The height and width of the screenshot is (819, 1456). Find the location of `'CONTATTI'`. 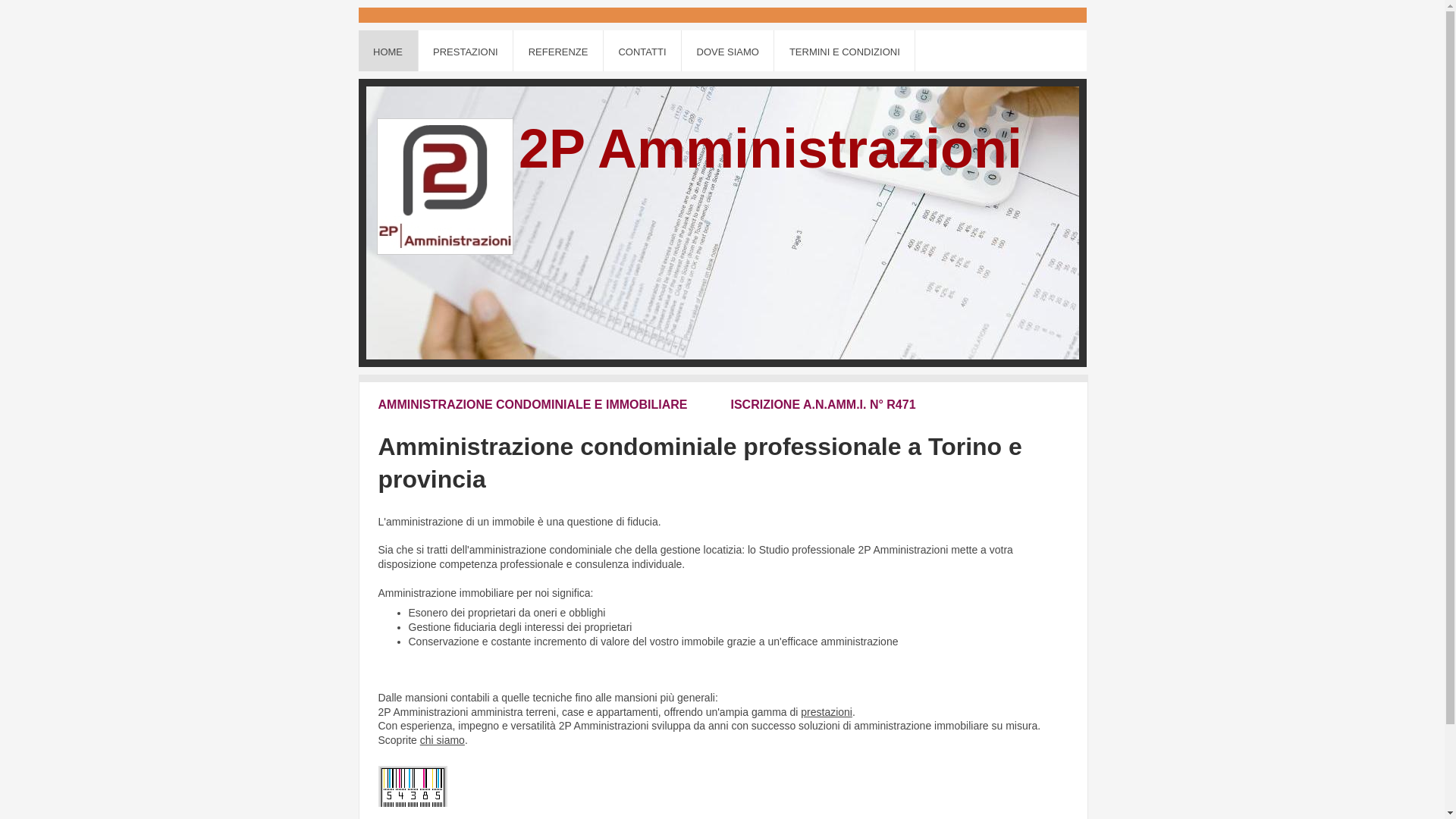

'CONTATTI' is located at coordinates (642, 49).